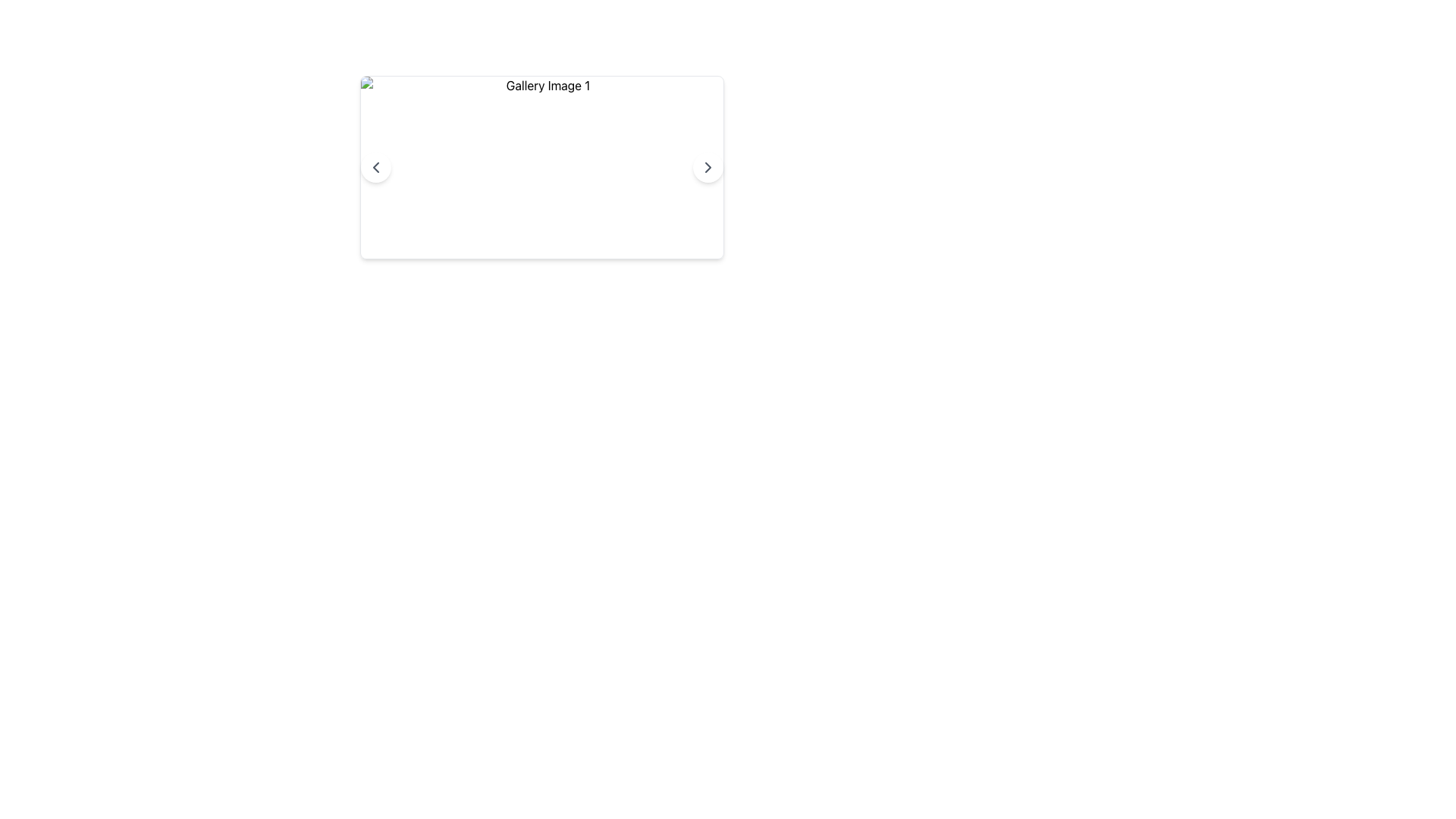 Image resolution: width=1456 pixels, height=819 pixels. Describe the element at coordinates (542, 178) in the screenshot. I see `the navigation dots below the image gallery viewer to change the displayed image` at that location.